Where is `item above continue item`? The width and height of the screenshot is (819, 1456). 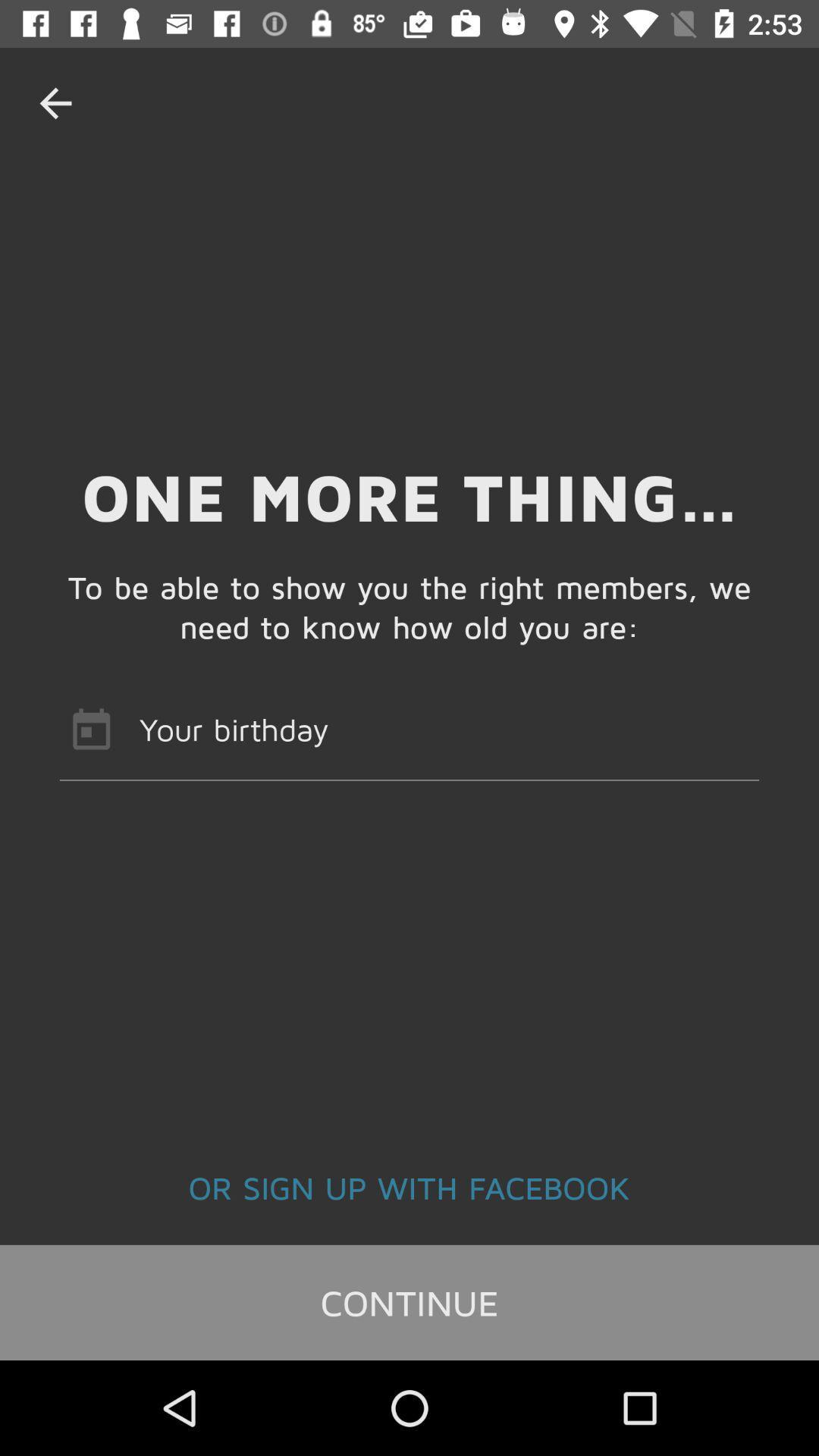
item above continue item is located at coordinates (409, 1186).